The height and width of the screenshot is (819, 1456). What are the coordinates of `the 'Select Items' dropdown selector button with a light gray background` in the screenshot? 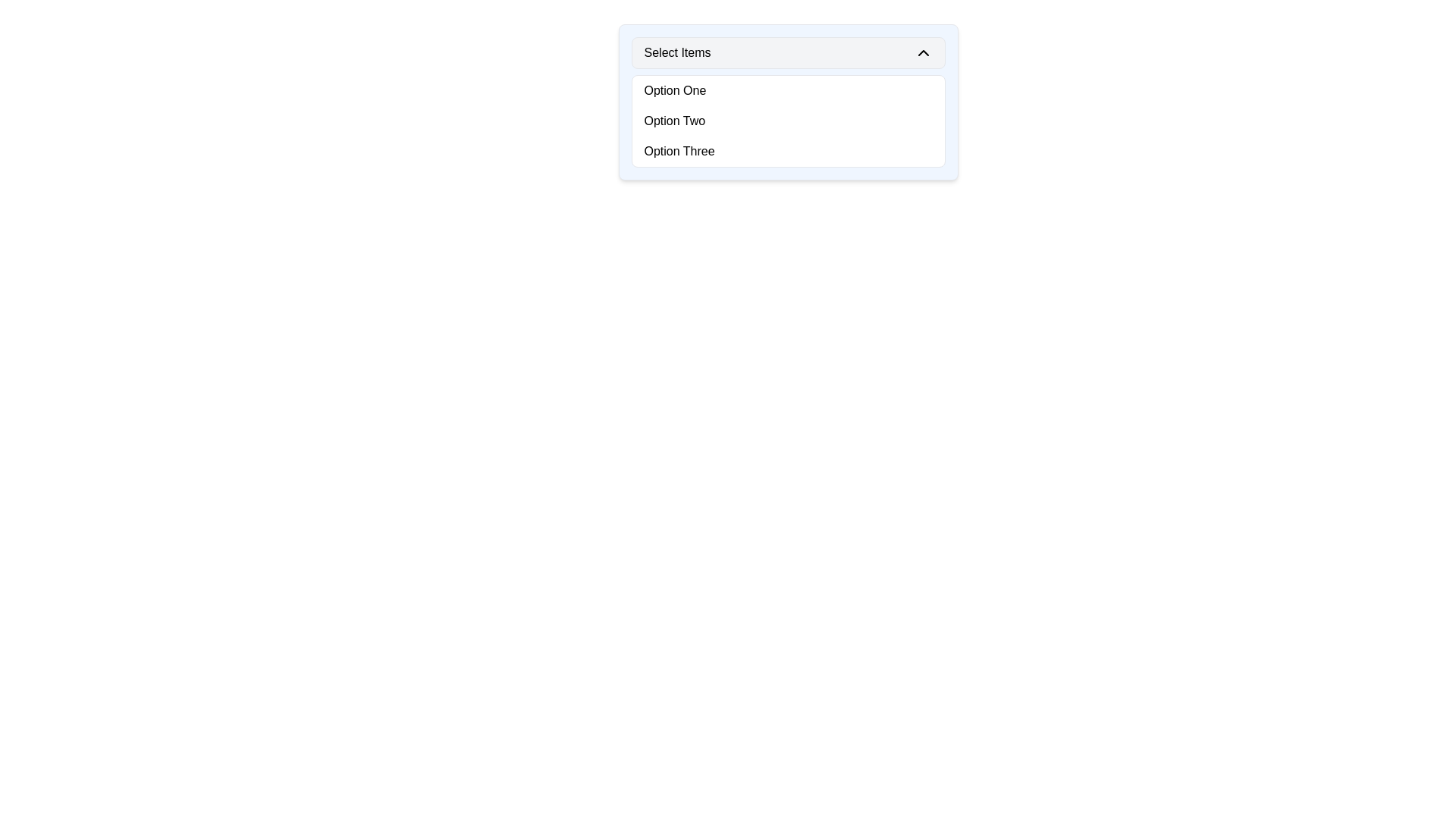 It's located at (788, 52).